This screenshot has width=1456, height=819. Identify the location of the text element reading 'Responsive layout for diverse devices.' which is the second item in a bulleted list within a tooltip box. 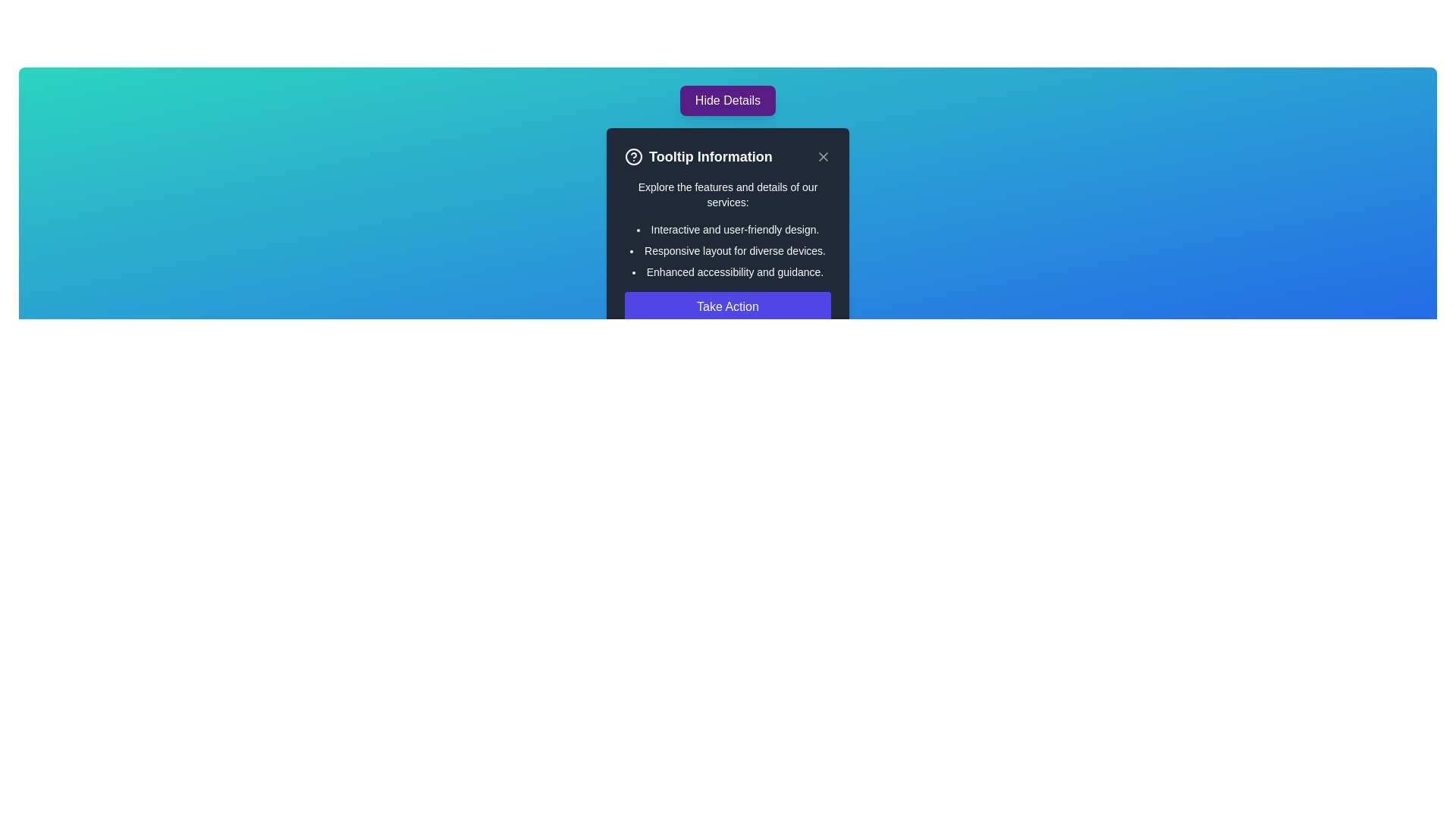
(728, 250).